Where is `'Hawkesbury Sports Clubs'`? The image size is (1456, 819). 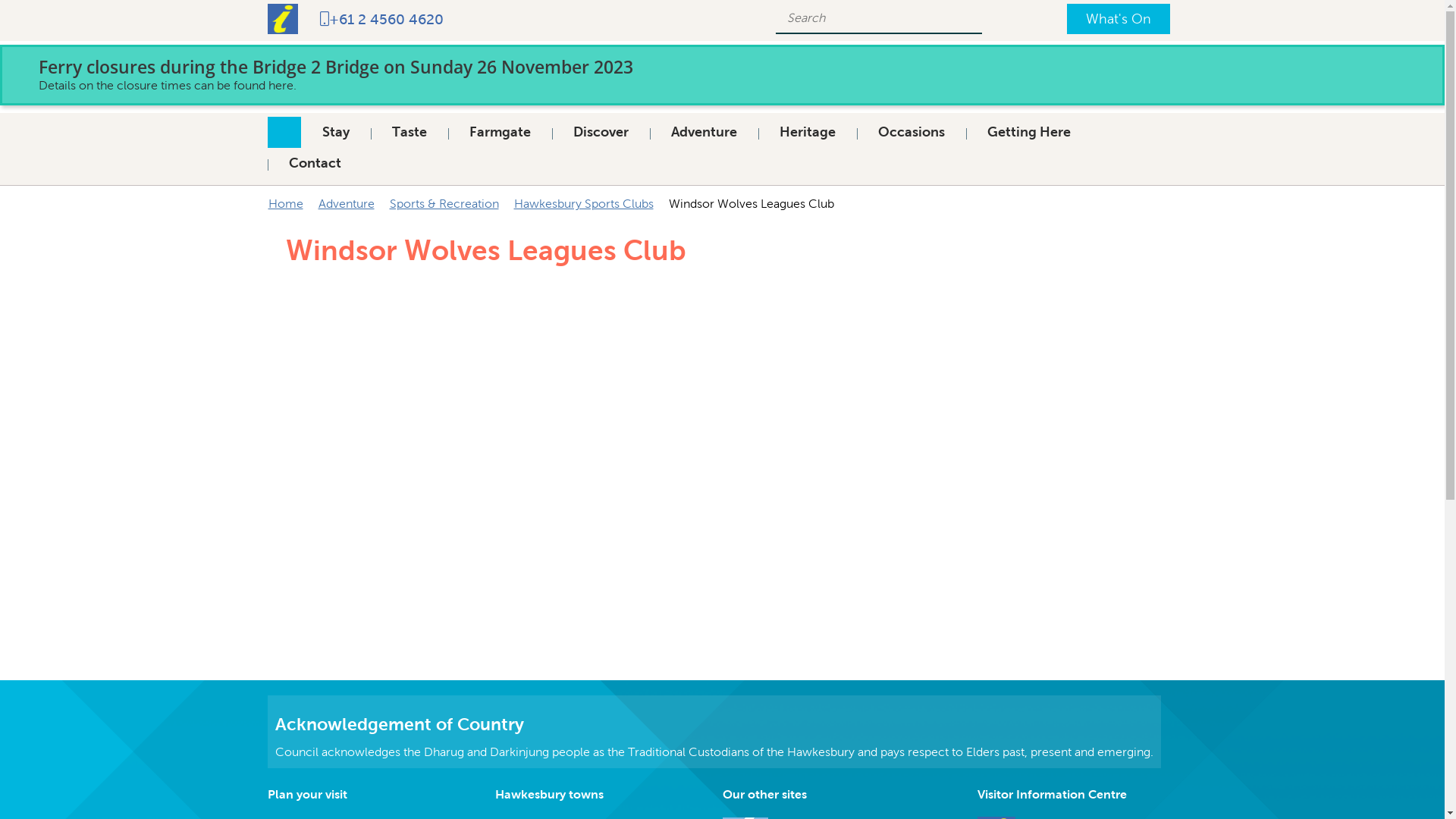
'Hawkesbury Sports Clubs' is located at coordinates (582, 202).